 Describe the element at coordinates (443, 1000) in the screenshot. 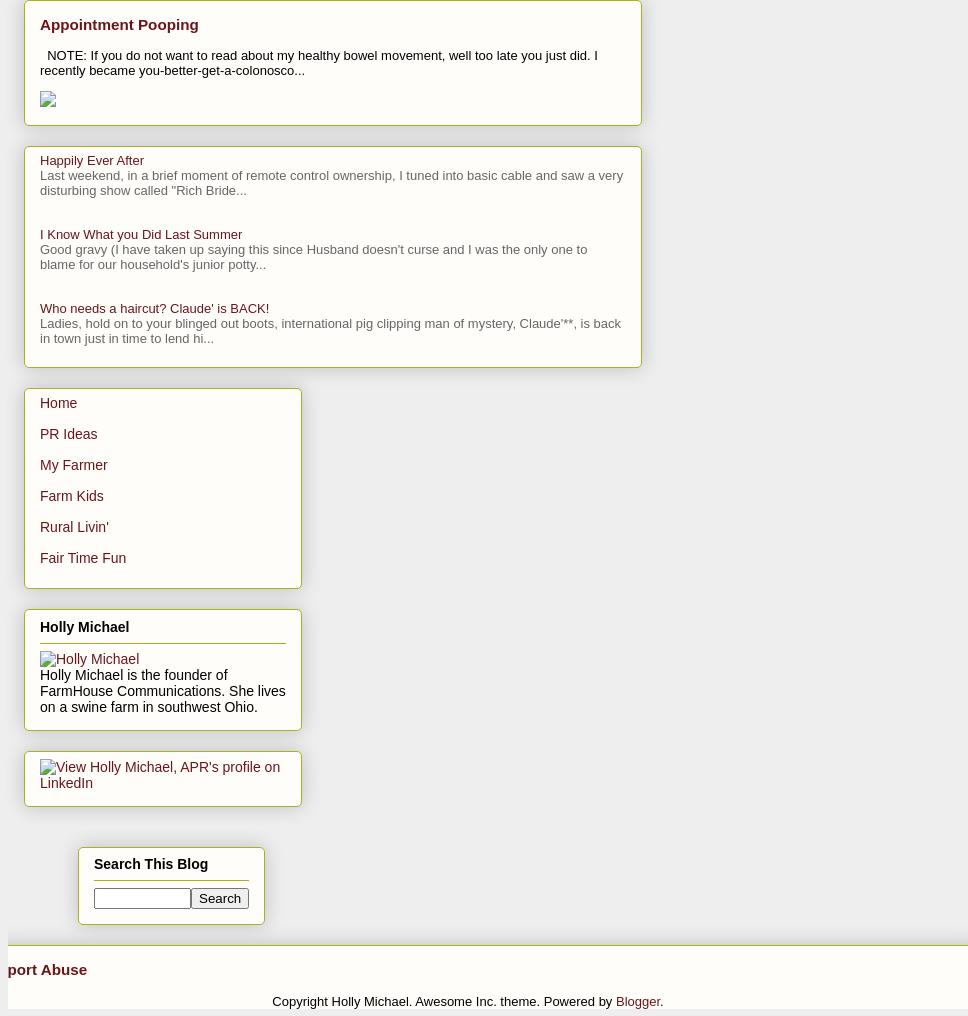

I see `'Copyright Holly Michael. Awesome Inc. theme. Powered by'` at that location.